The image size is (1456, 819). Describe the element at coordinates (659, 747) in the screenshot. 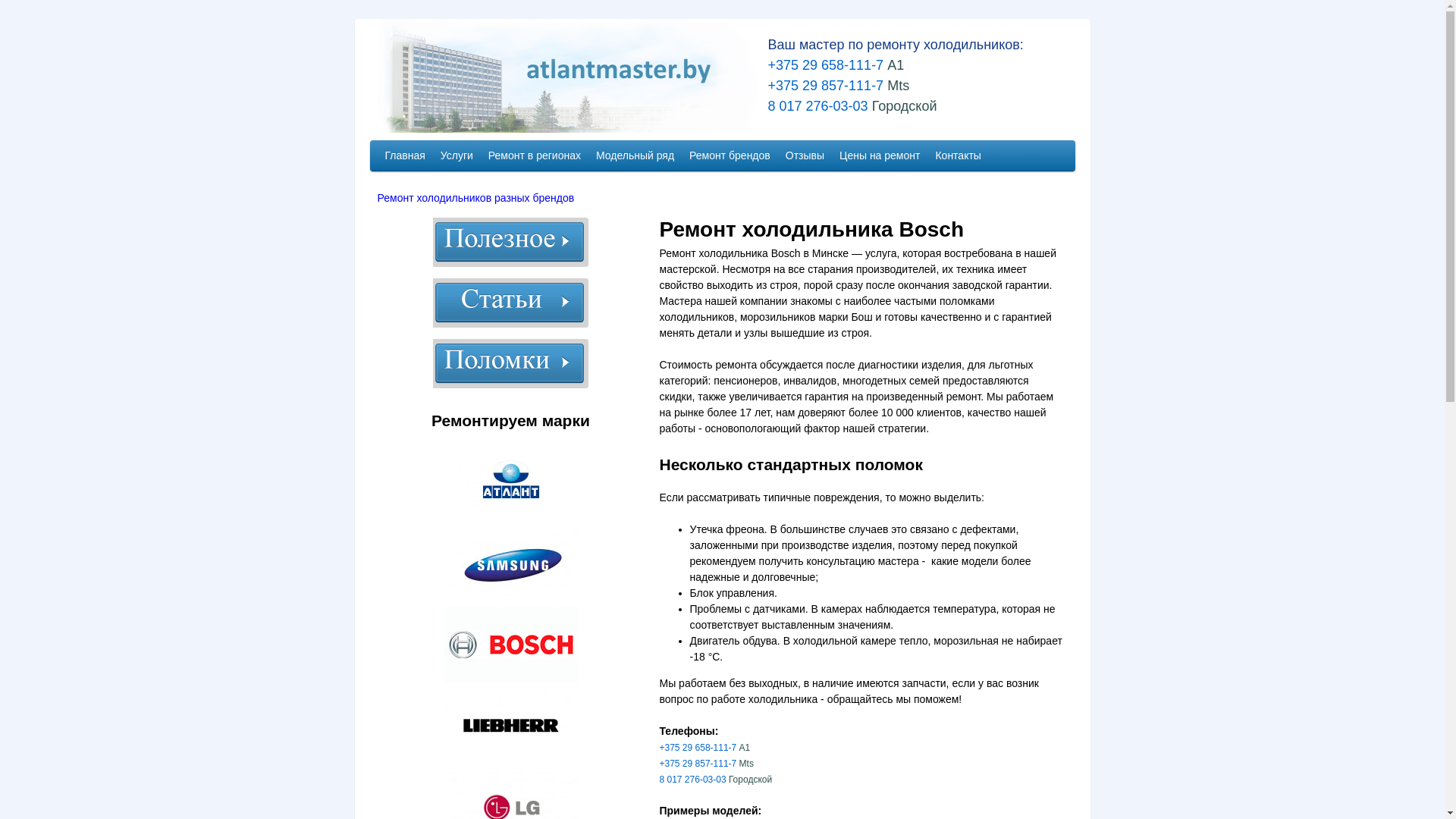

I see `'+375 29 658-111-7'` at that location.